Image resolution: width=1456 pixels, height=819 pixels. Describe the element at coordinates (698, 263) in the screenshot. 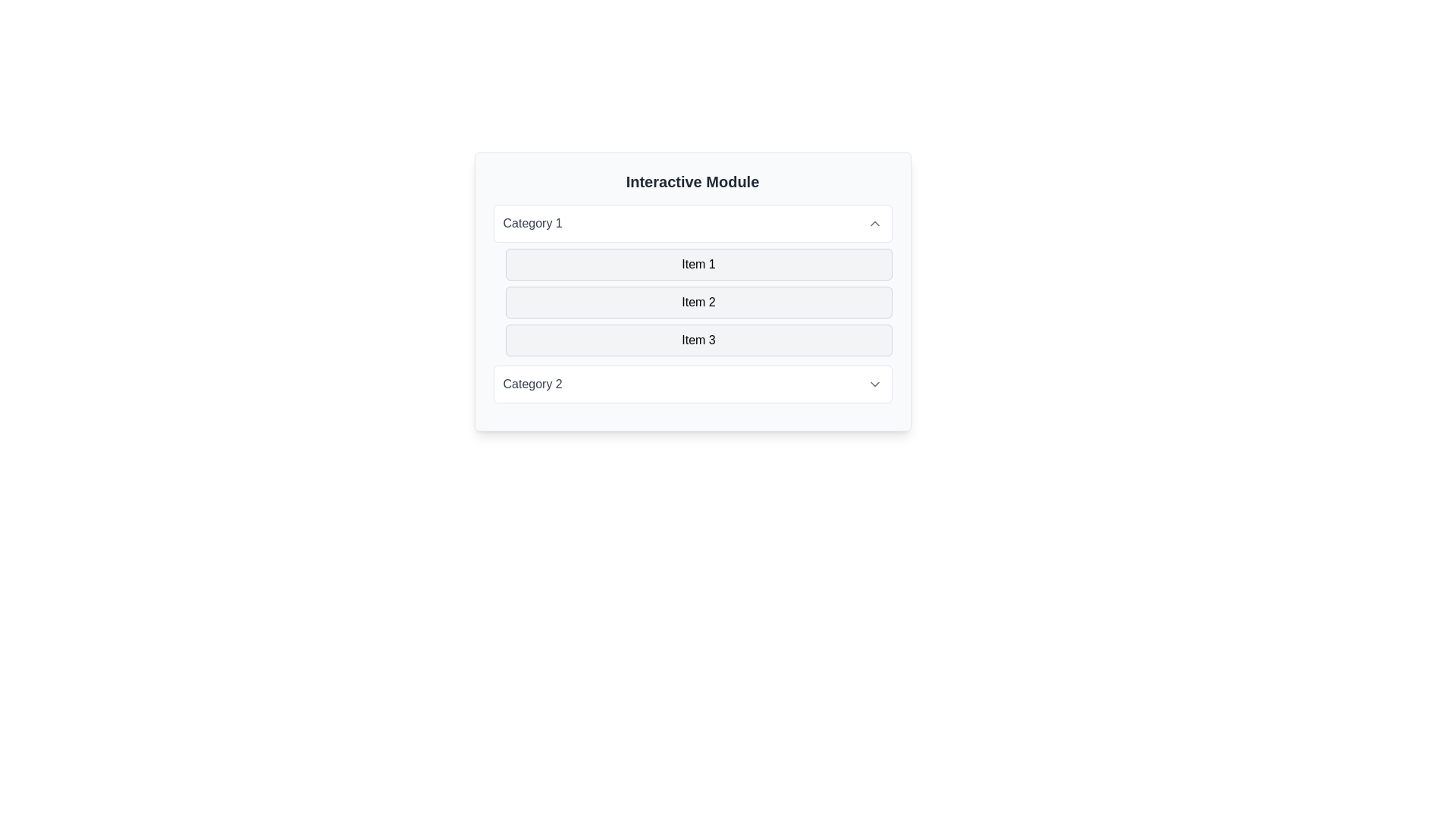

I see `the first list item in the 'Category 1' section of the 'Interactive Module'` at that location.